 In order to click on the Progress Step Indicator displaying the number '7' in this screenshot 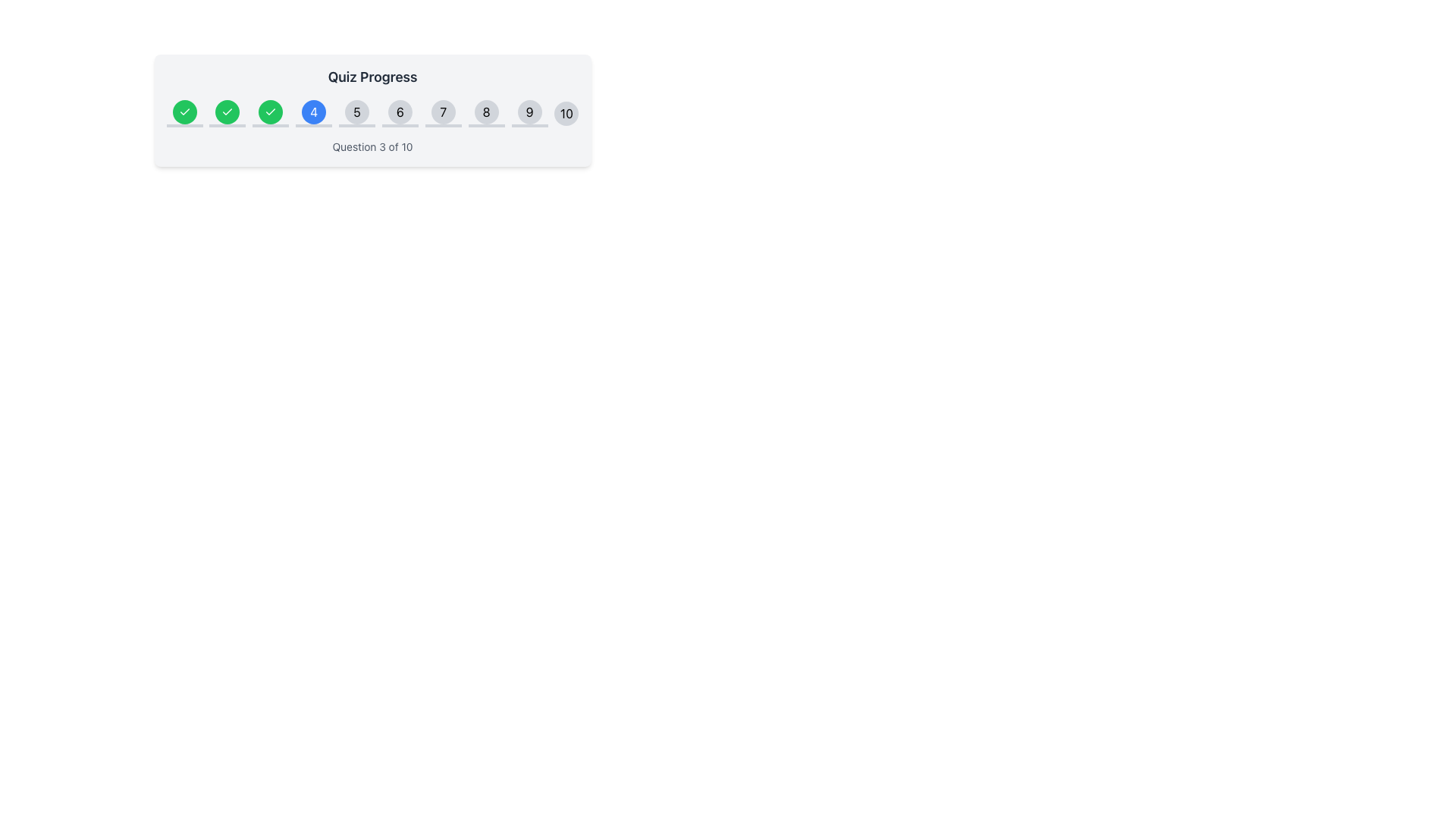, I will do `click(442, 113)`.